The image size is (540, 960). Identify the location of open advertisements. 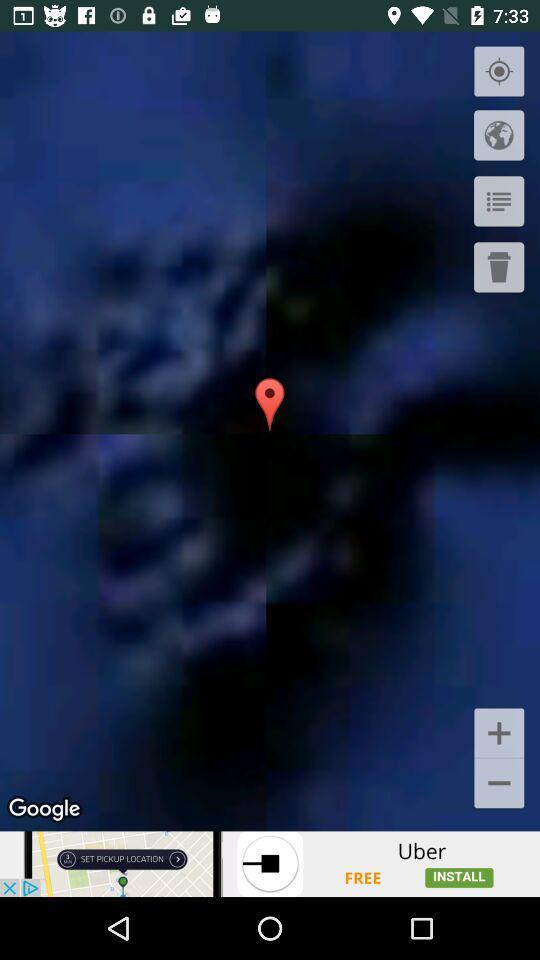
(270, 863).